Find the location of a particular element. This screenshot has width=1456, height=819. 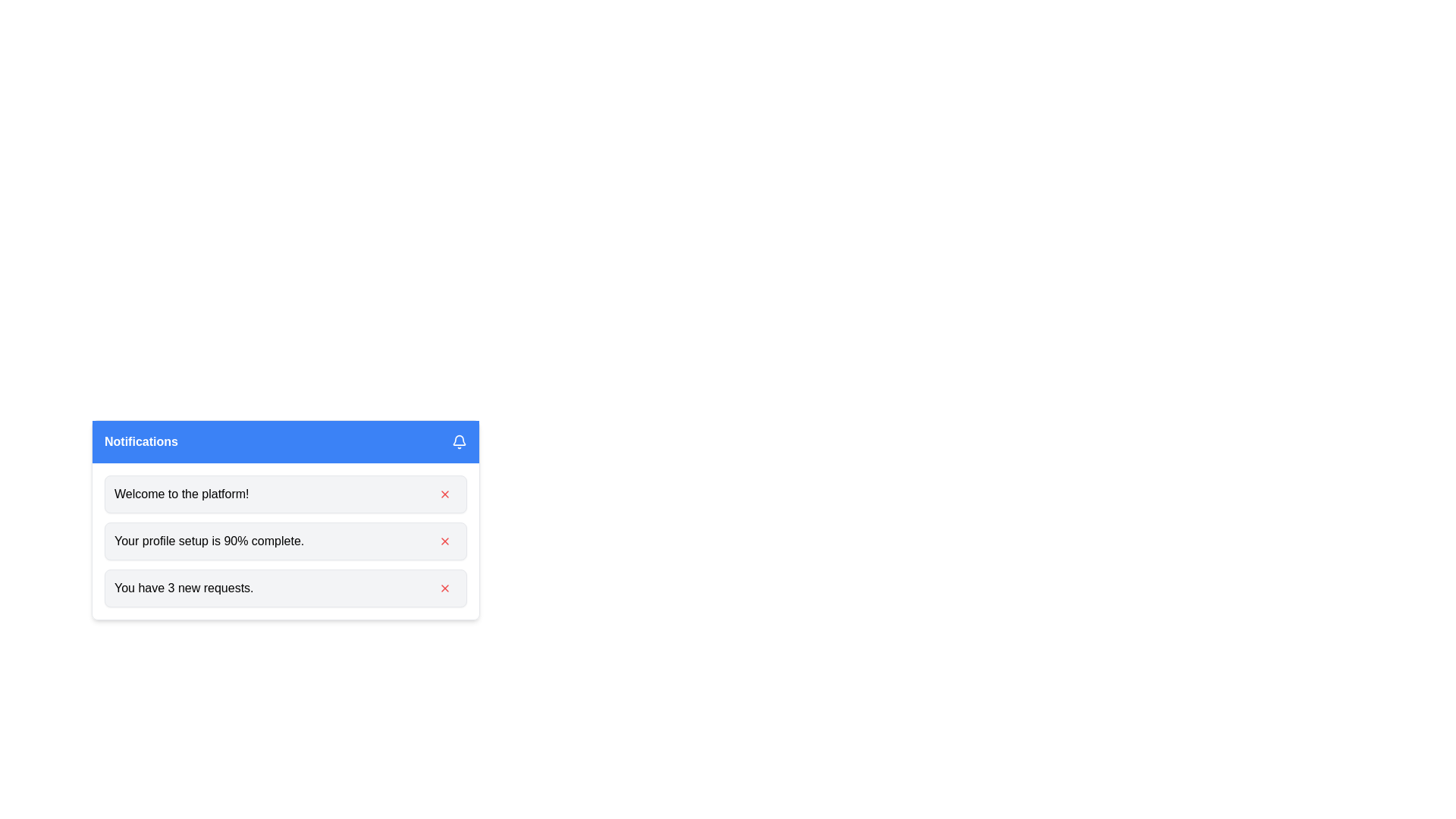

the blue bell icon located in the header section labeled 'Notifications' to possibly reveal additional information is located at coordinates (458, 441).